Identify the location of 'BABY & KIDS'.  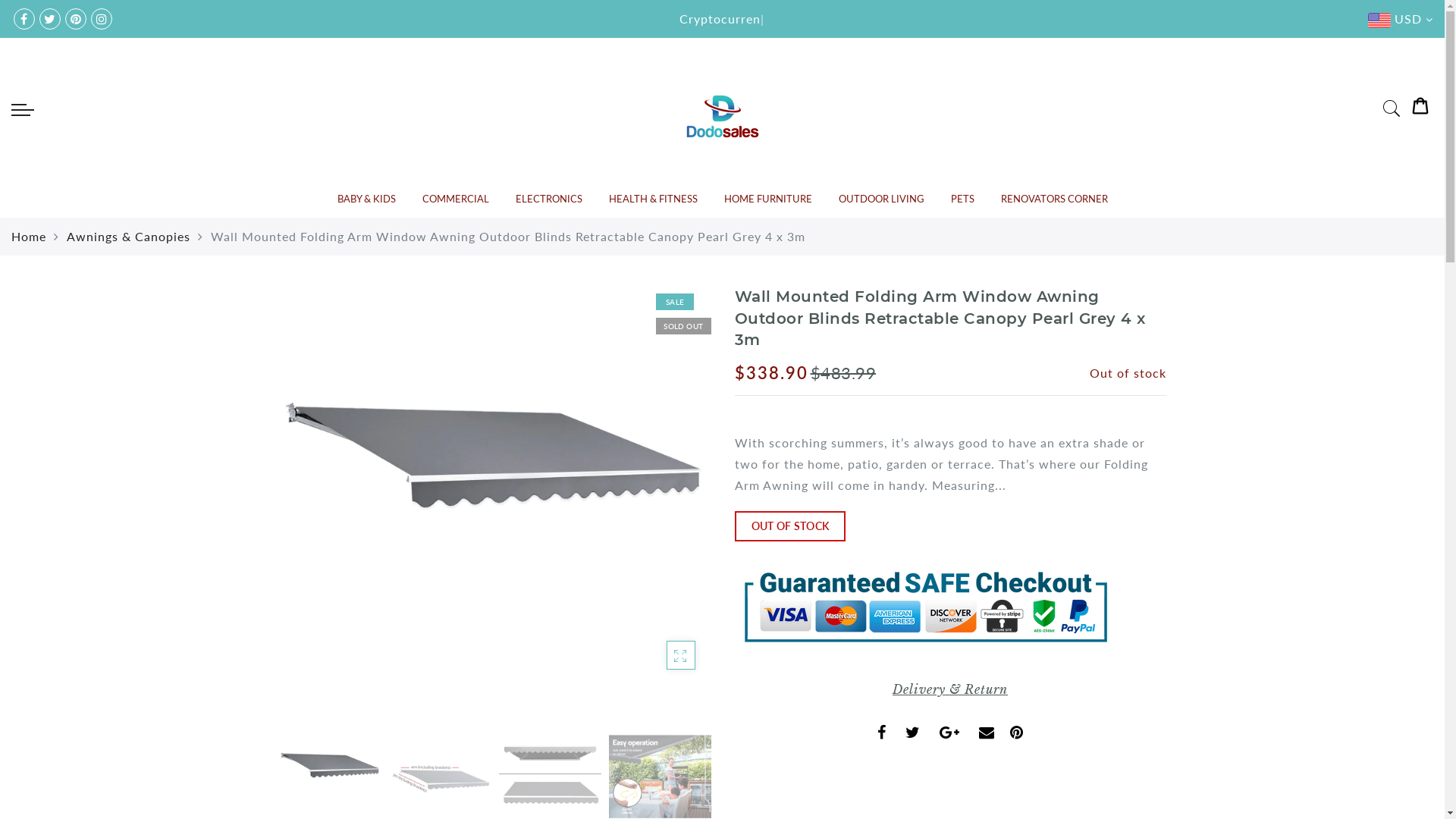
(336, 198).